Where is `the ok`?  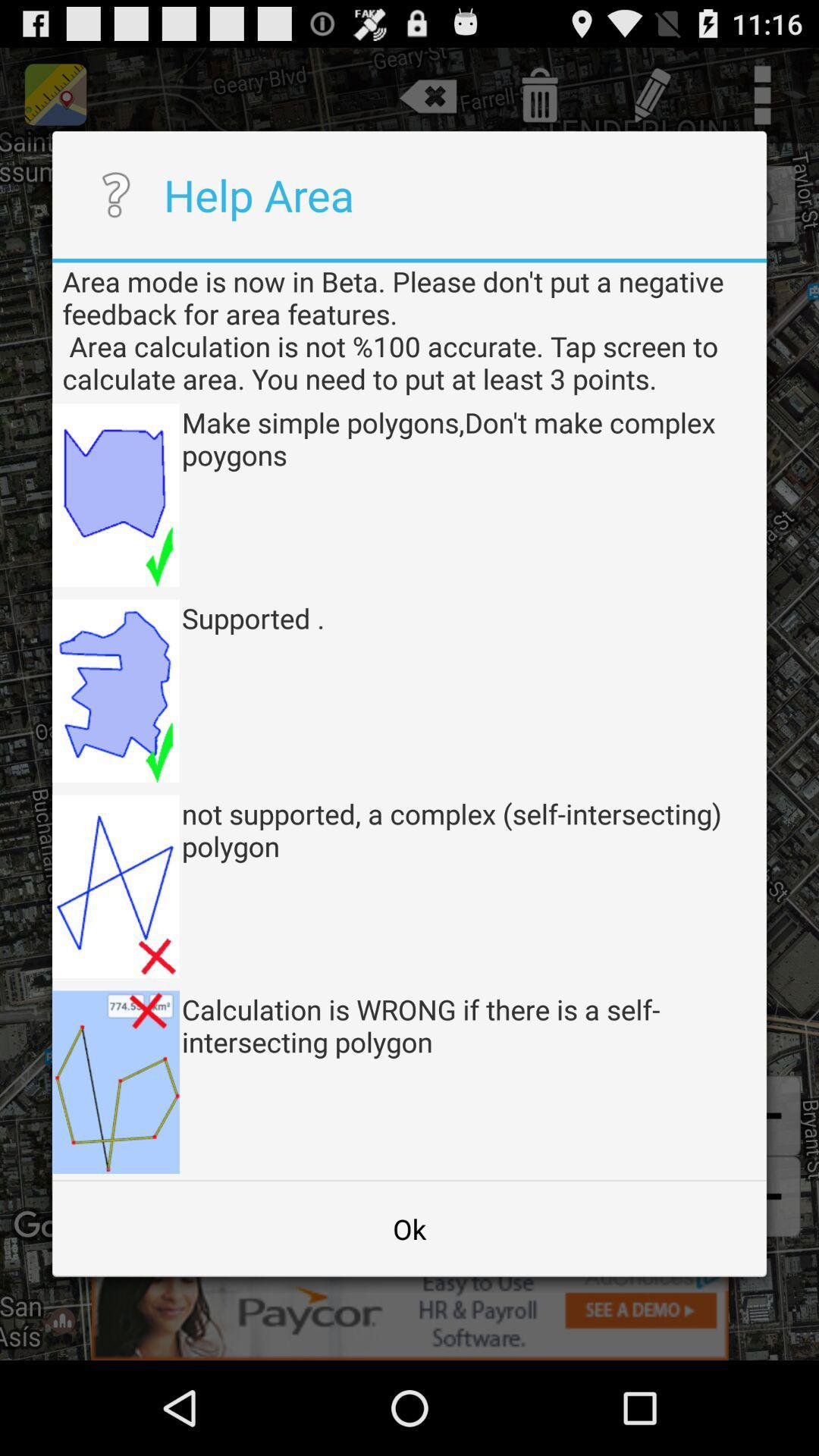 the ok is located at coordinates (409, 1228).